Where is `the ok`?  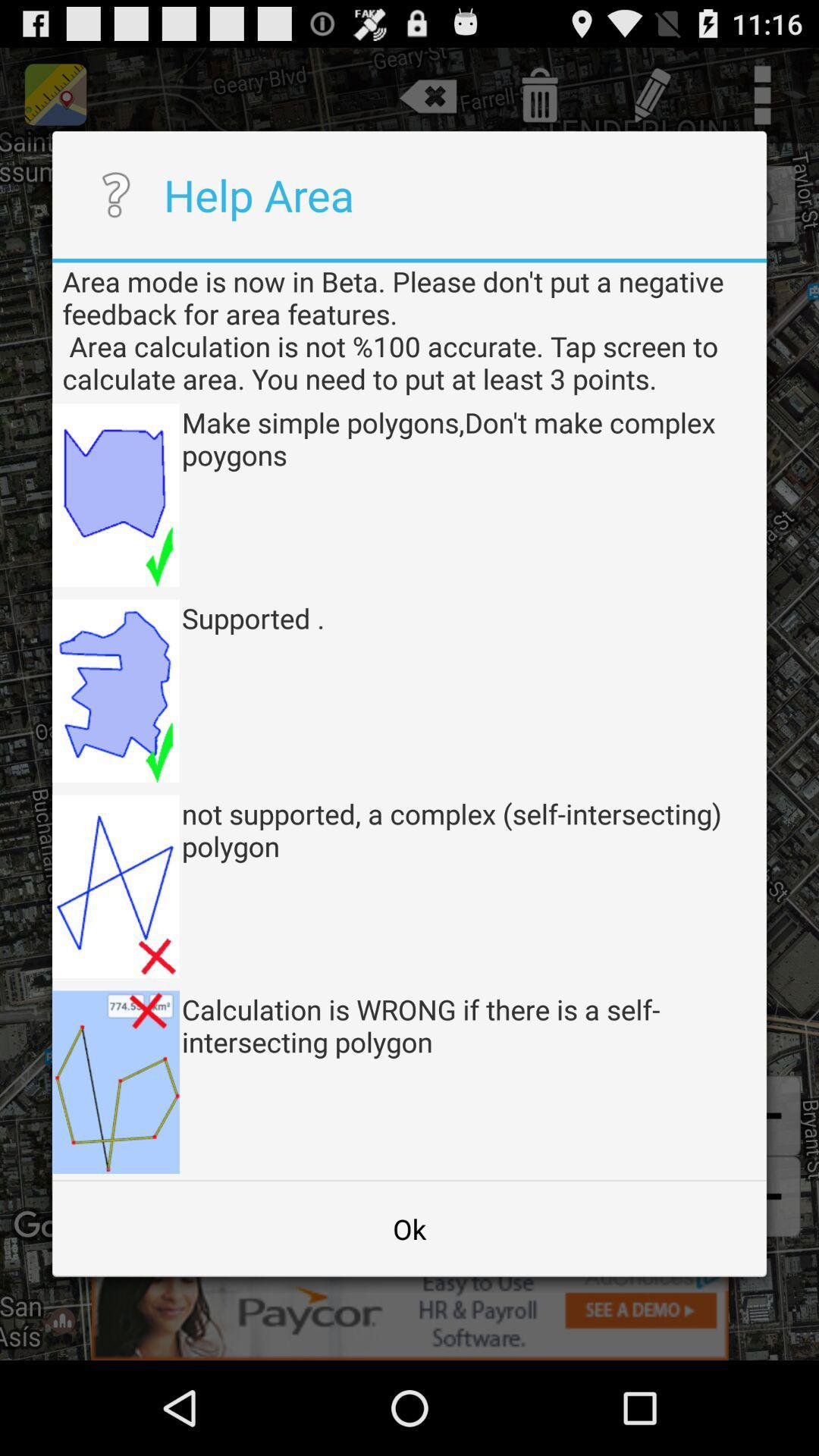 the ok is located at coordinates (409, 1228).